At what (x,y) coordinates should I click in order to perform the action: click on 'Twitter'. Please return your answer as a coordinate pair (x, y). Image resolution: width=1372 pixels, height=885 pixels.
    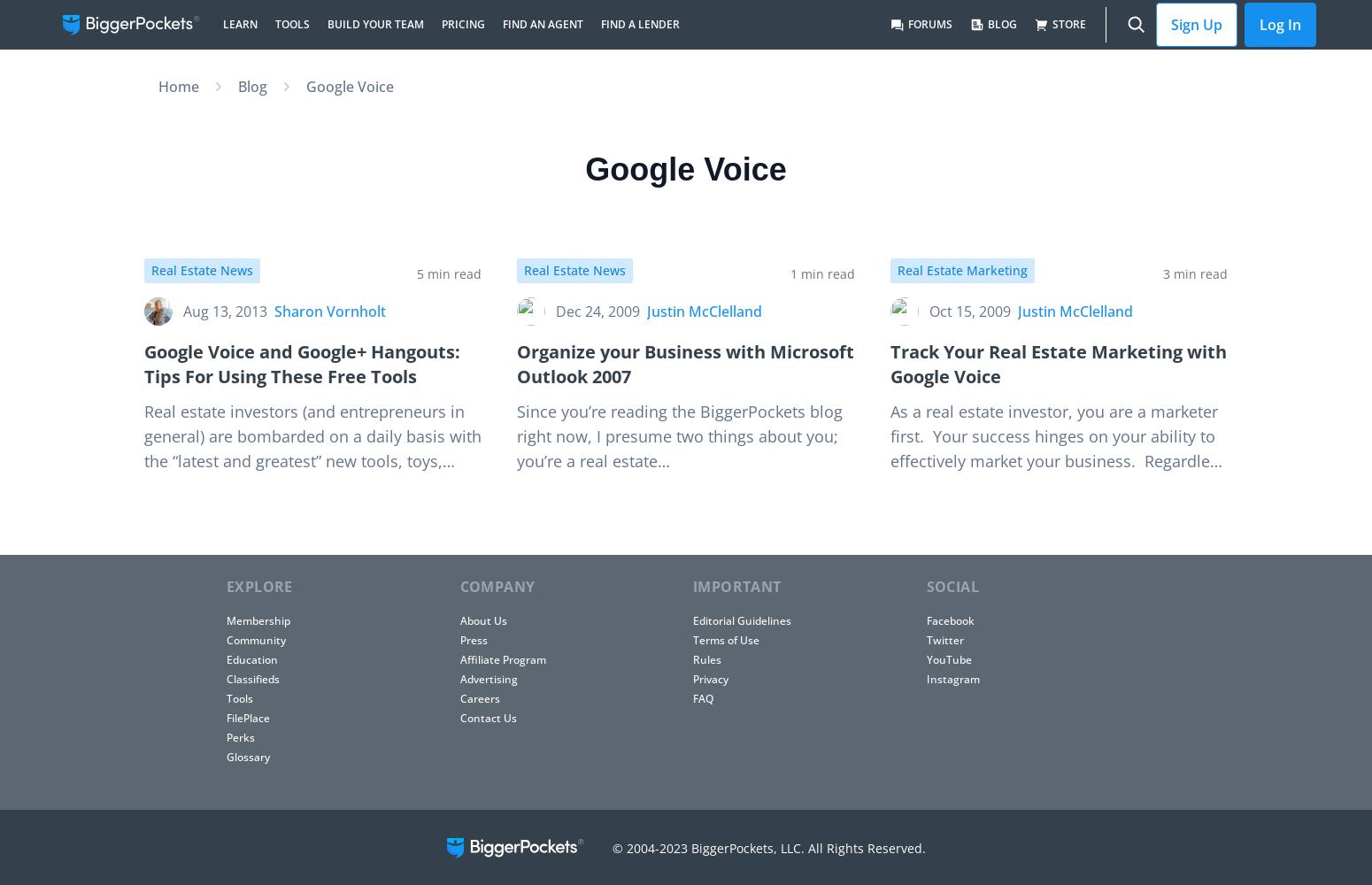
    Looking at the image, I should click on (925, 639).